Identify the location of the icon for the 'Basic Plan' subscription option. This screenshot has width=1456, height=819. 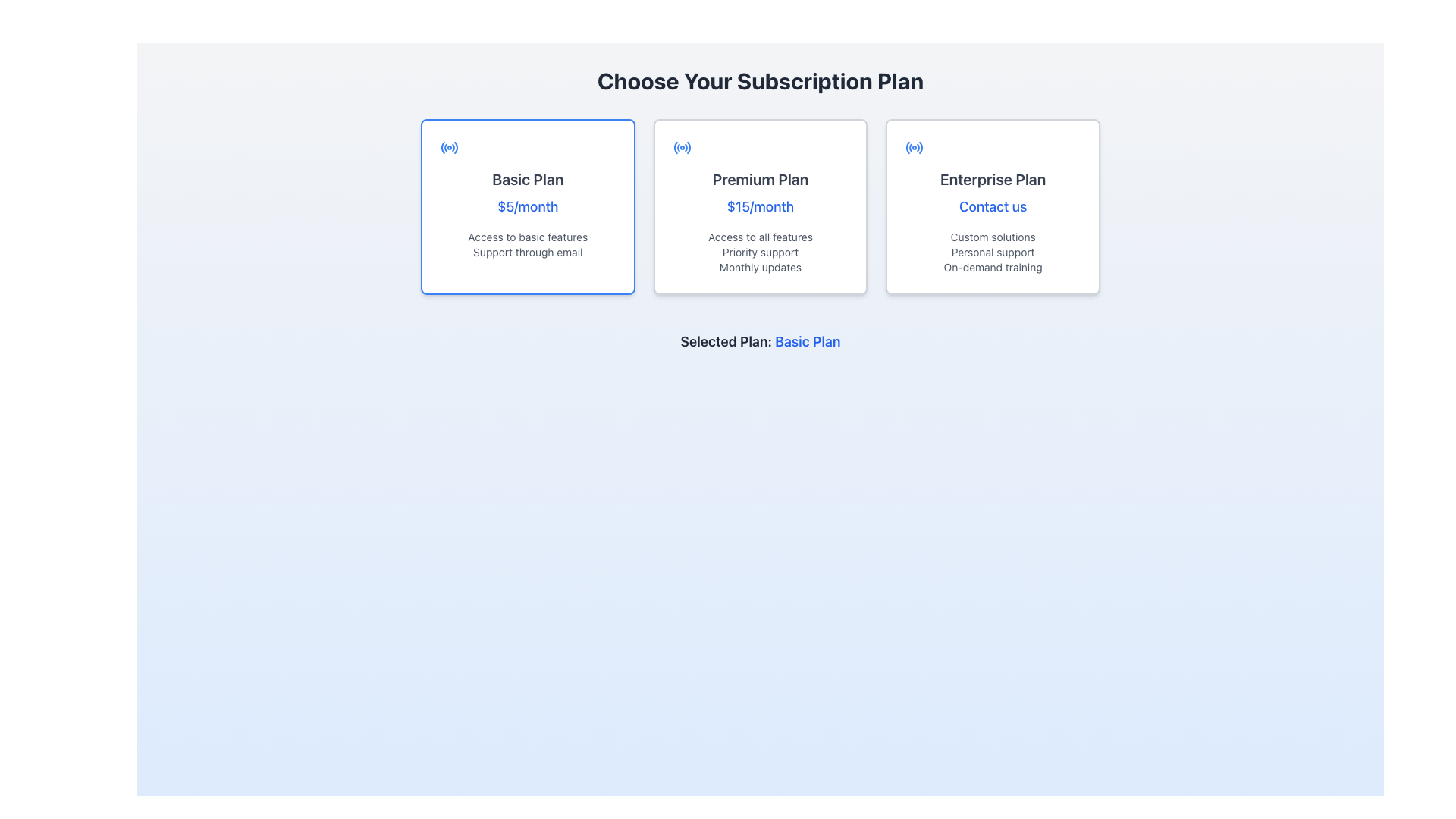
(449, 148).